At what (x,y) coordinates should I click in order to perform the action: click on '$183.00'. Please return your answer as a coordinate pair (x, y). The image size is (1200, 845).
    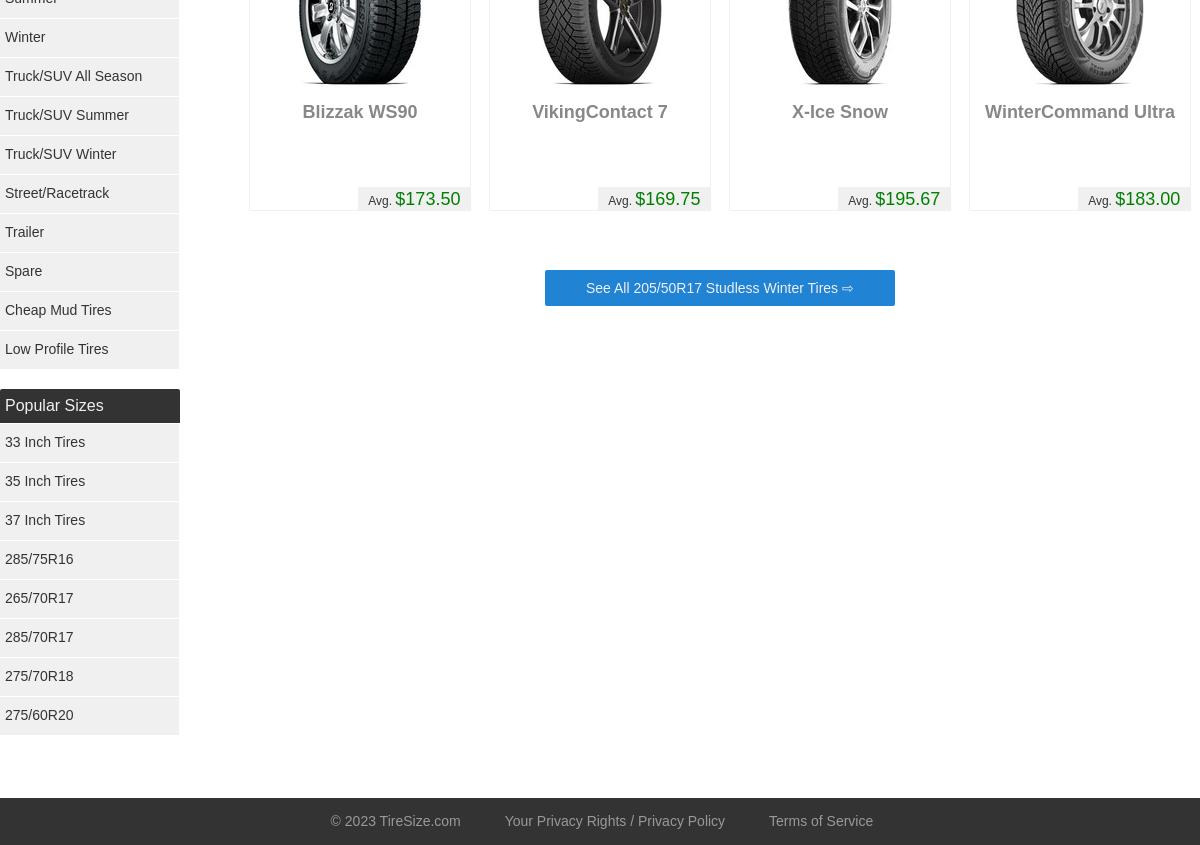
    Looking at the image, I should click on (1146, 197).